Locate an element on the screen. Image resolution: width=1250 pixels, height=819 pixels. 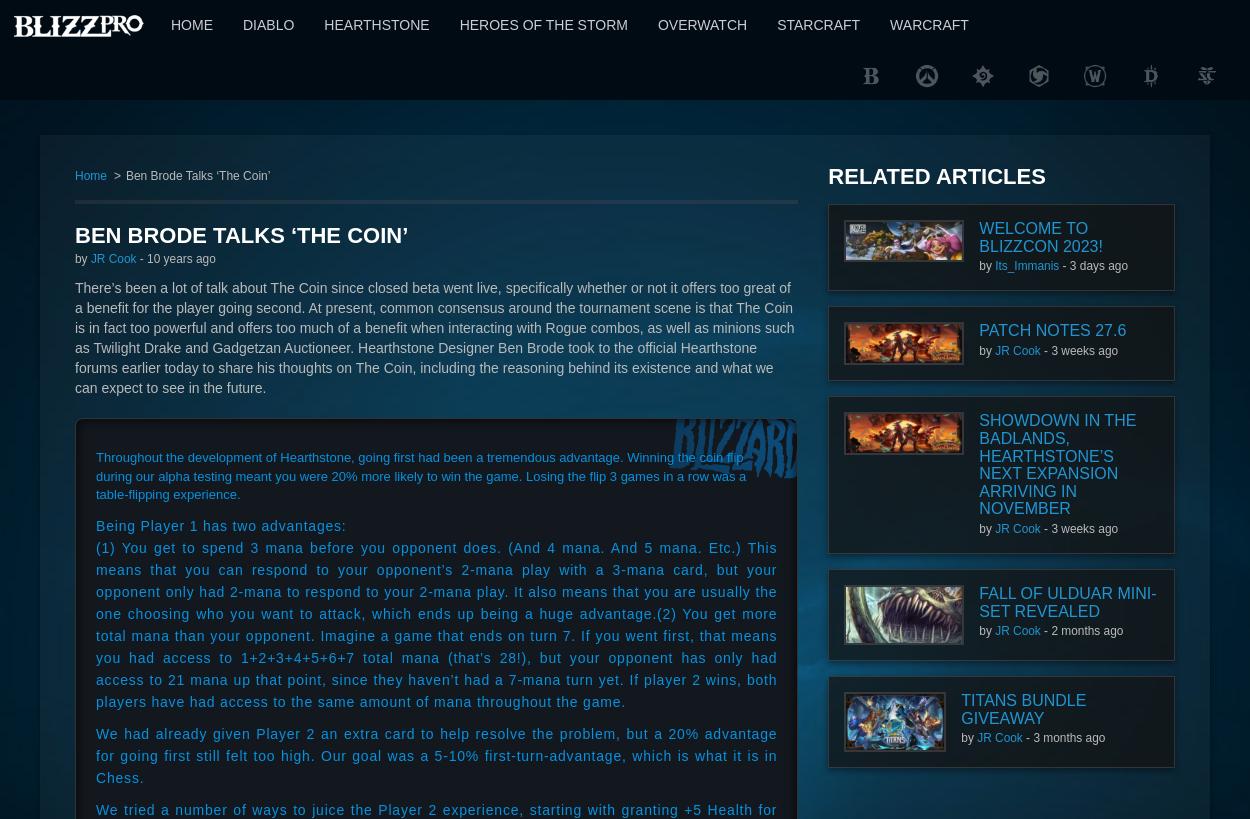
'Diablo' is located at coordinates (268, 23).